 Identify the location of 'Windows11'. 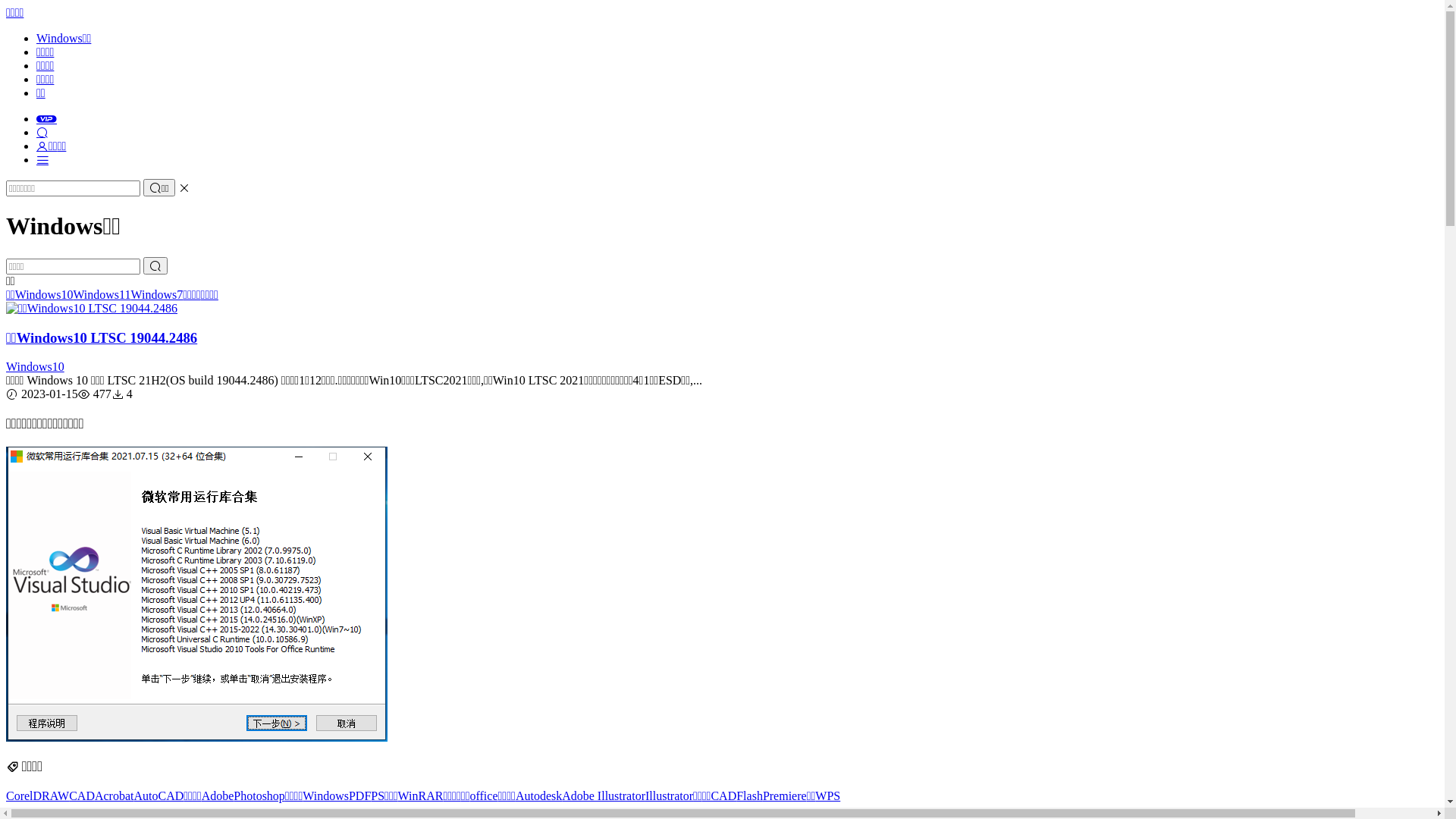
(72, 294).